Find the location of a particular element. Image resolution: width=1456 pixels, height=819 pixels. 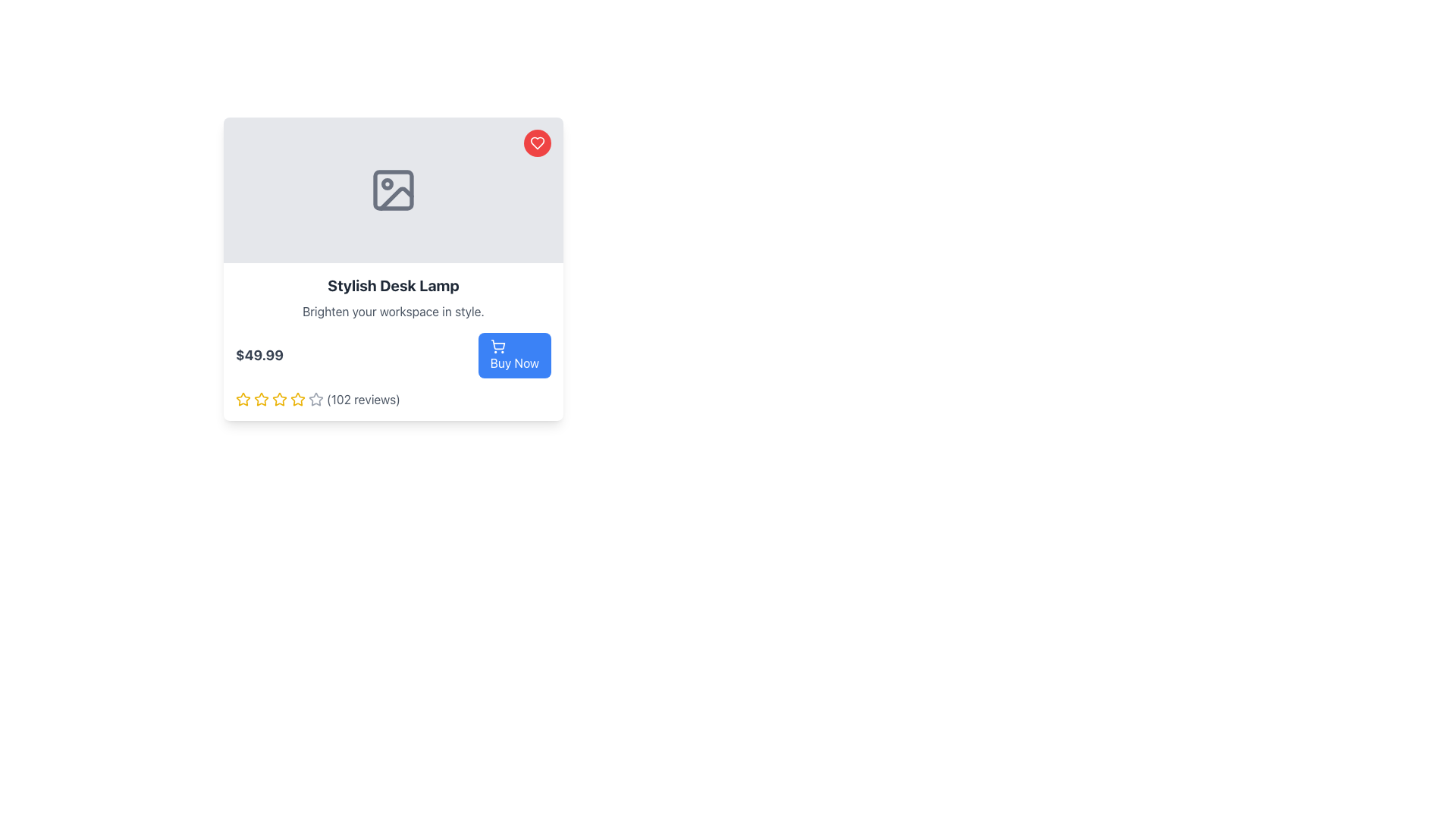

the first star icon is located at coordinates (262, 398).